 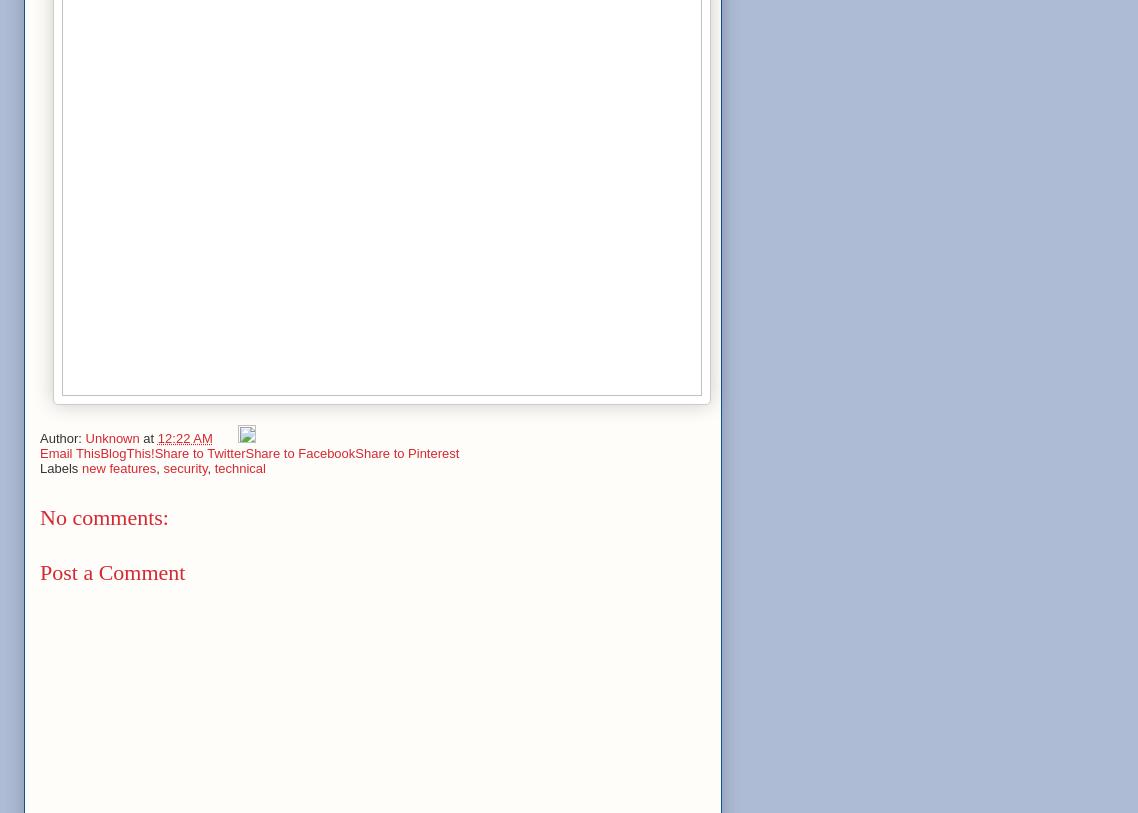 I want to click on 'No comments:', so click(x=39, y=517).